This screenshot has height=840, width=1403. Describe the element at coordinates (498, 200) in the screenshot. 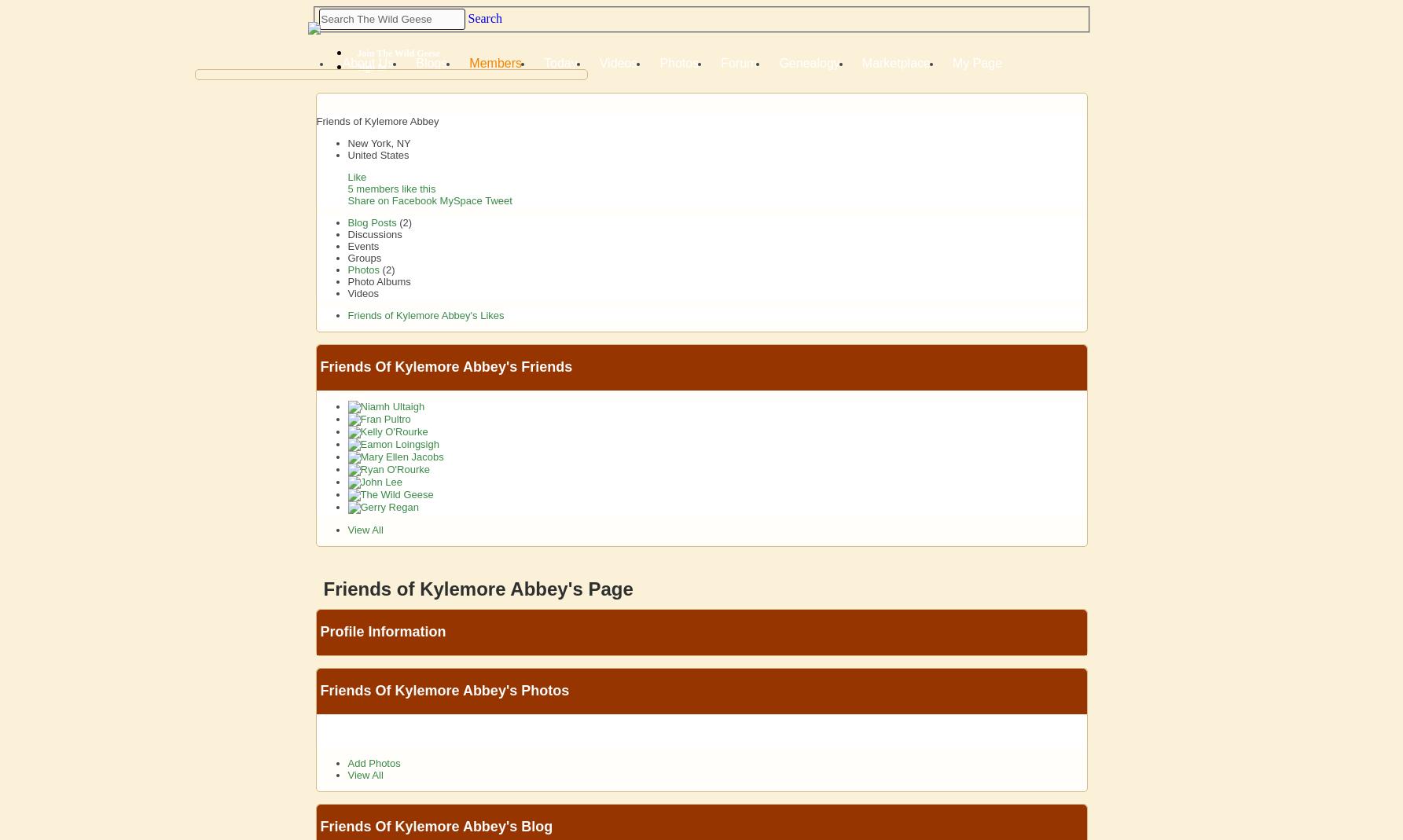

I see `'Tweet'` at that location.